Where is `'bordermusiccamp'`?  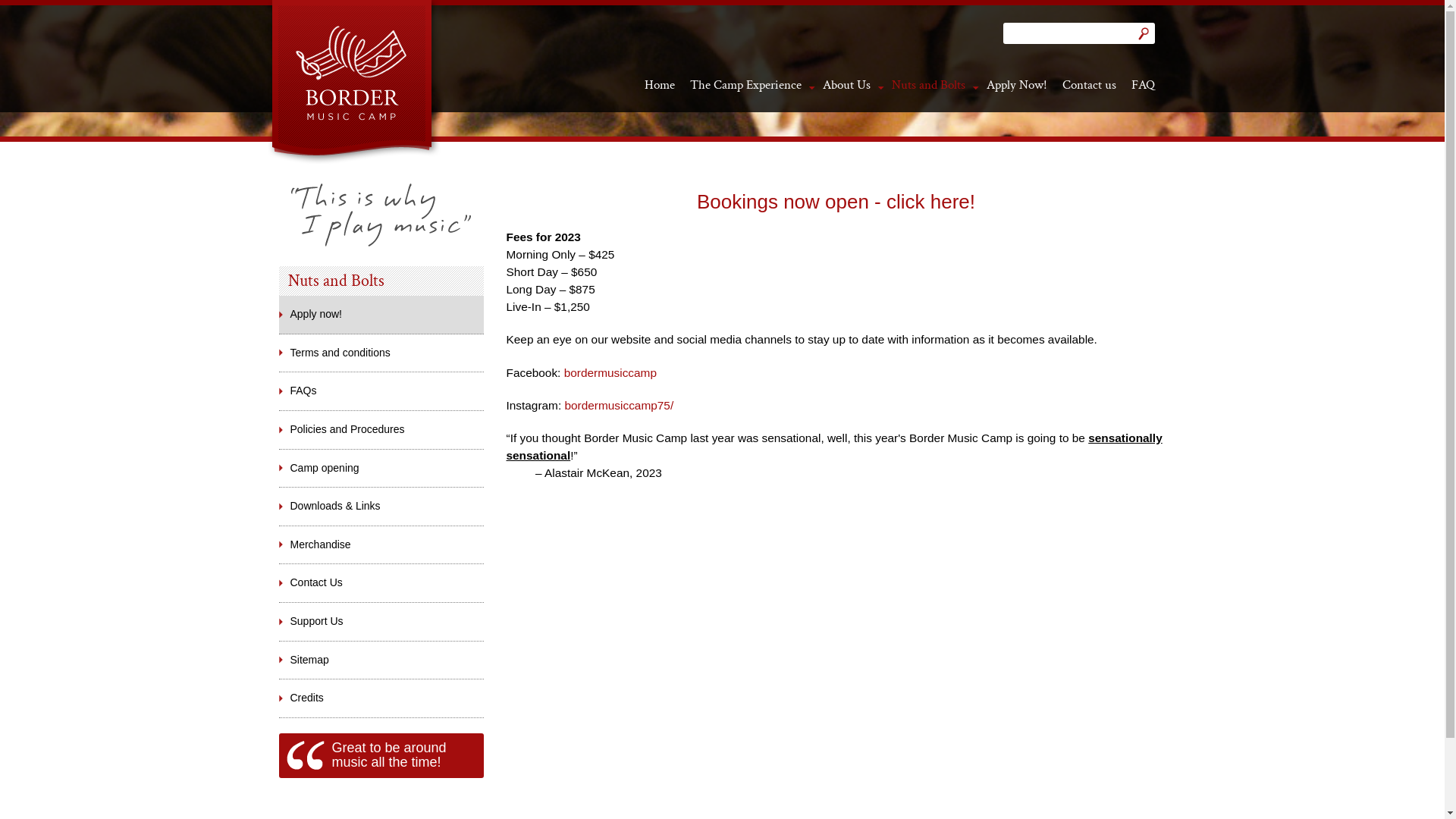
'bordermusiccamp' is located at coordinates (610, 372).